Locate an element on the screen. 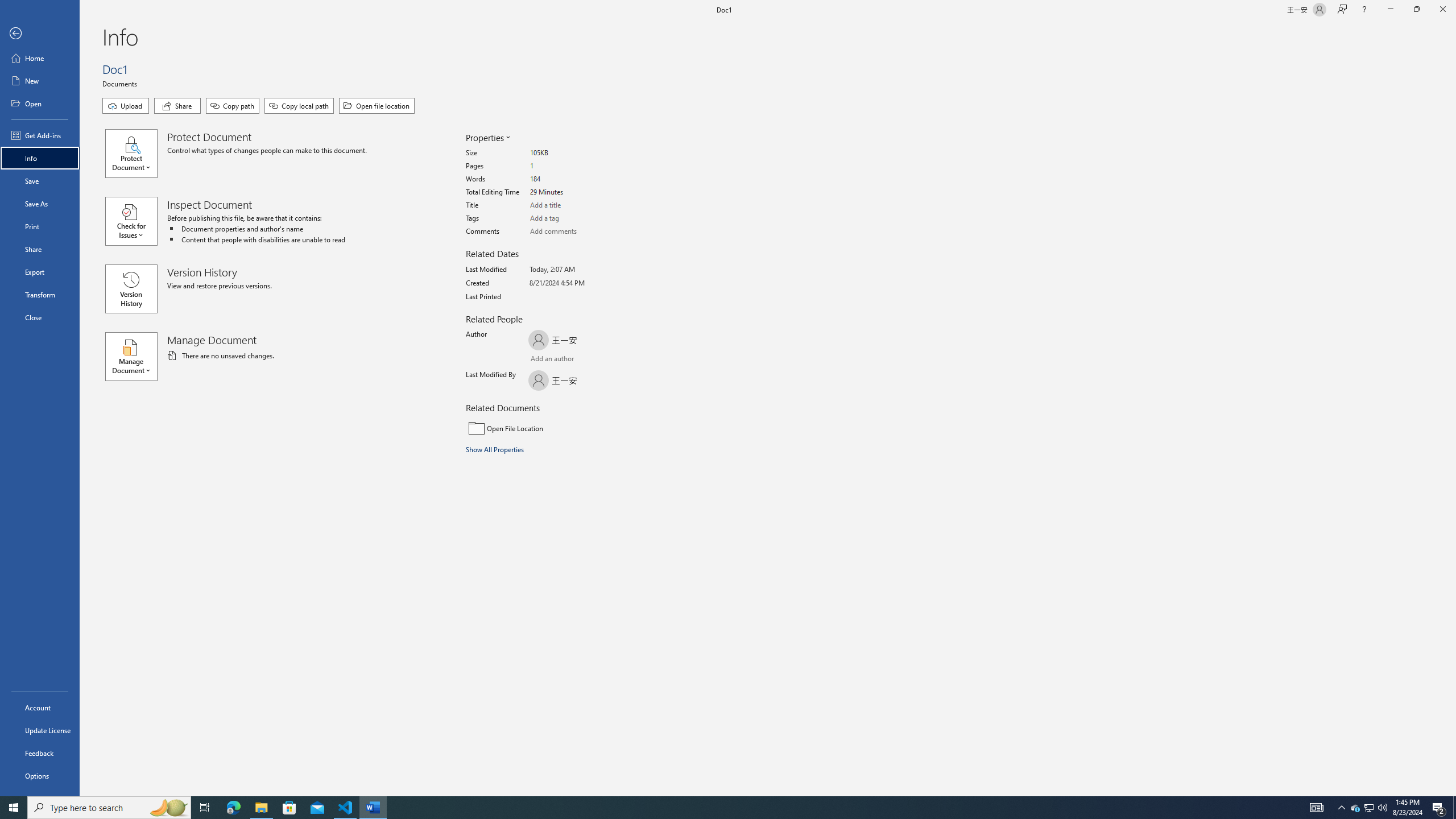 The image size is (1456, 819). 'Tags' is located at coordinates (572, 218).